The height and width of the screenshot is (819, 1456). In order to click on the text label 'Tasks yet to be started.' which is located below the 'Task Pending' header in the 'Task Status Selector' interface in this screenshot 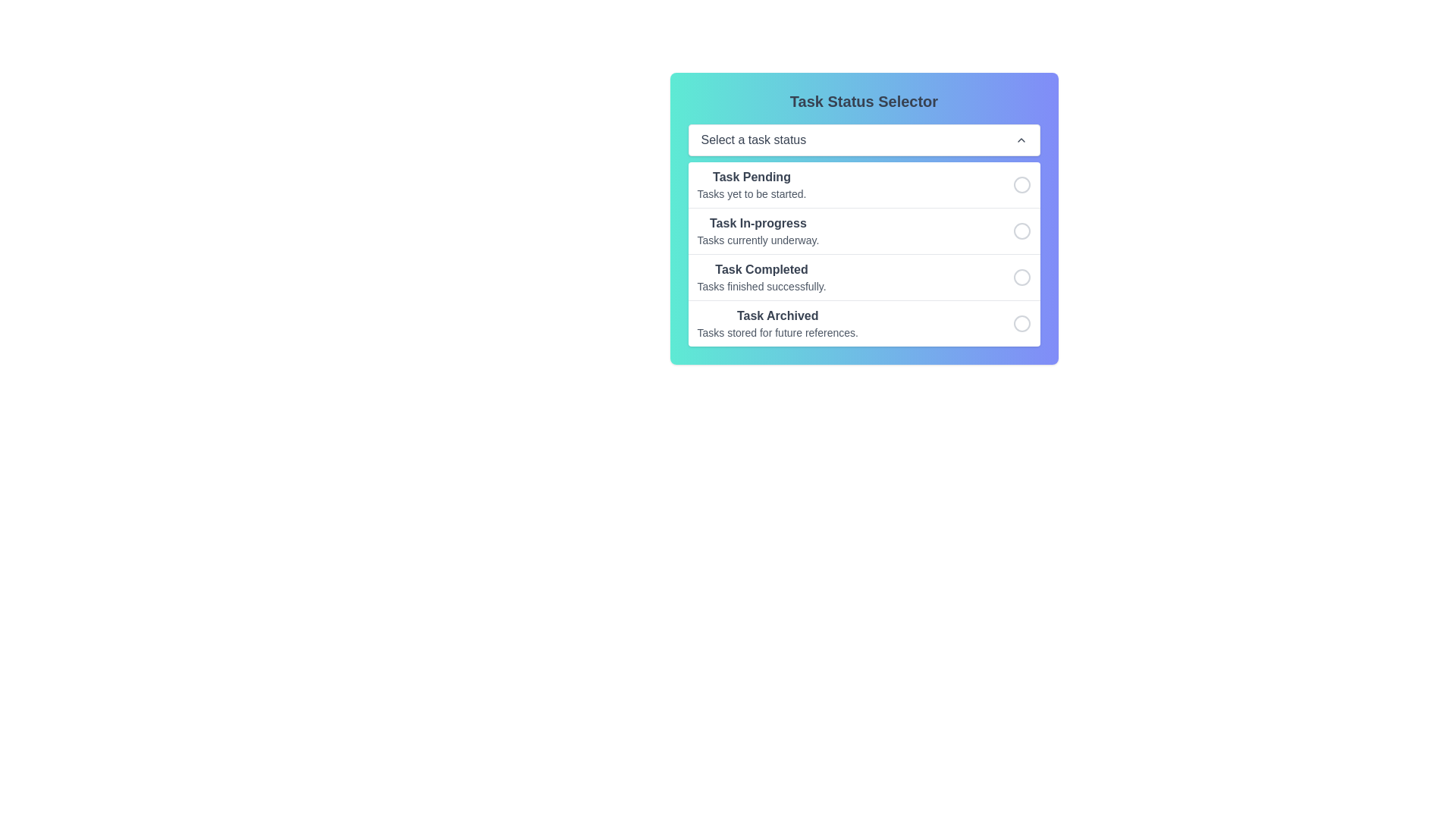, I will do `click(752, 193)`.